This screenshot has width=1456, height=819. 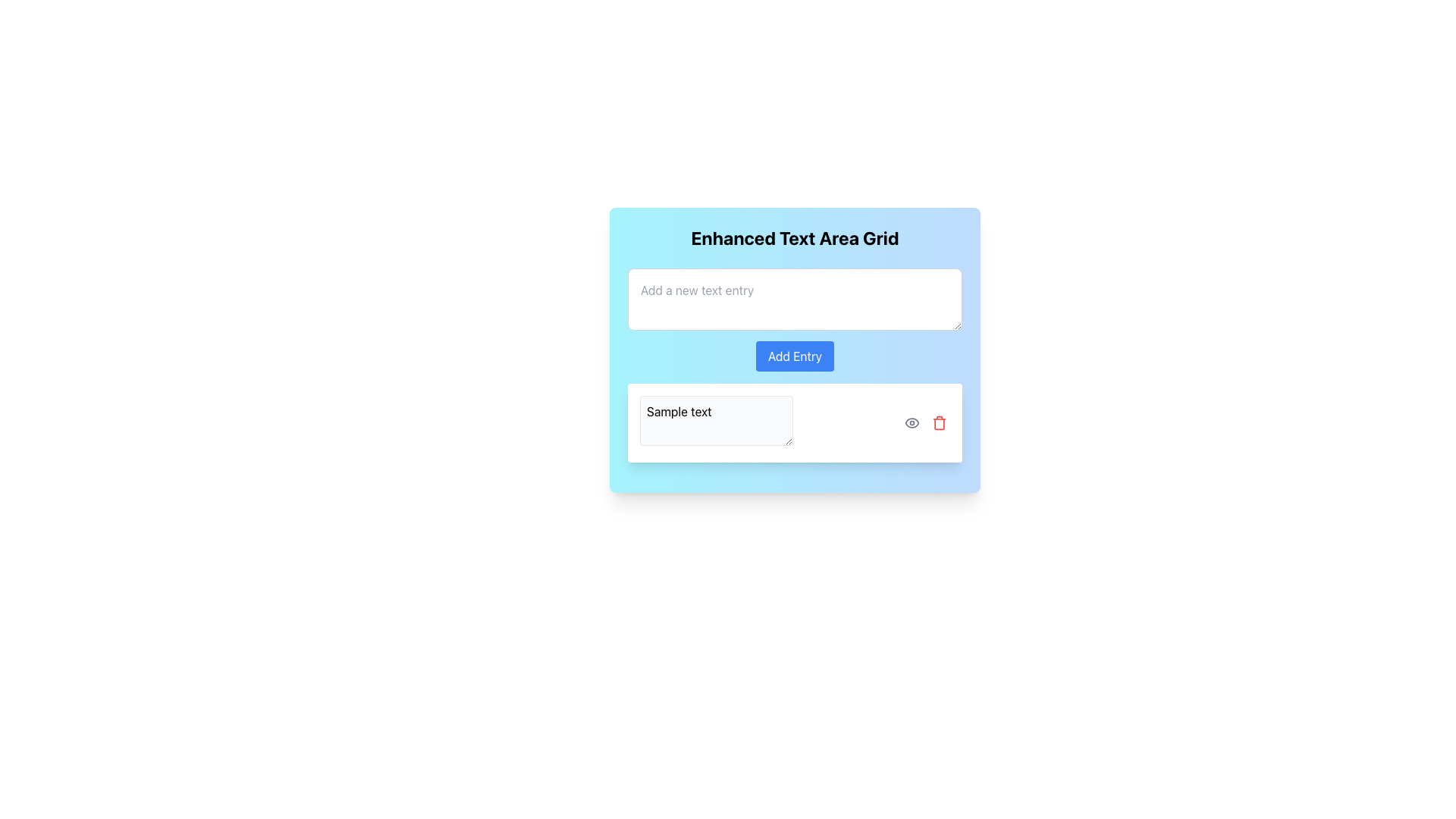 What do you see at coordinates (938, 423) in the screenshot?
I see `the delete icon button located in the bottom right corner of the text entry box` at bounding box center [938, 423].